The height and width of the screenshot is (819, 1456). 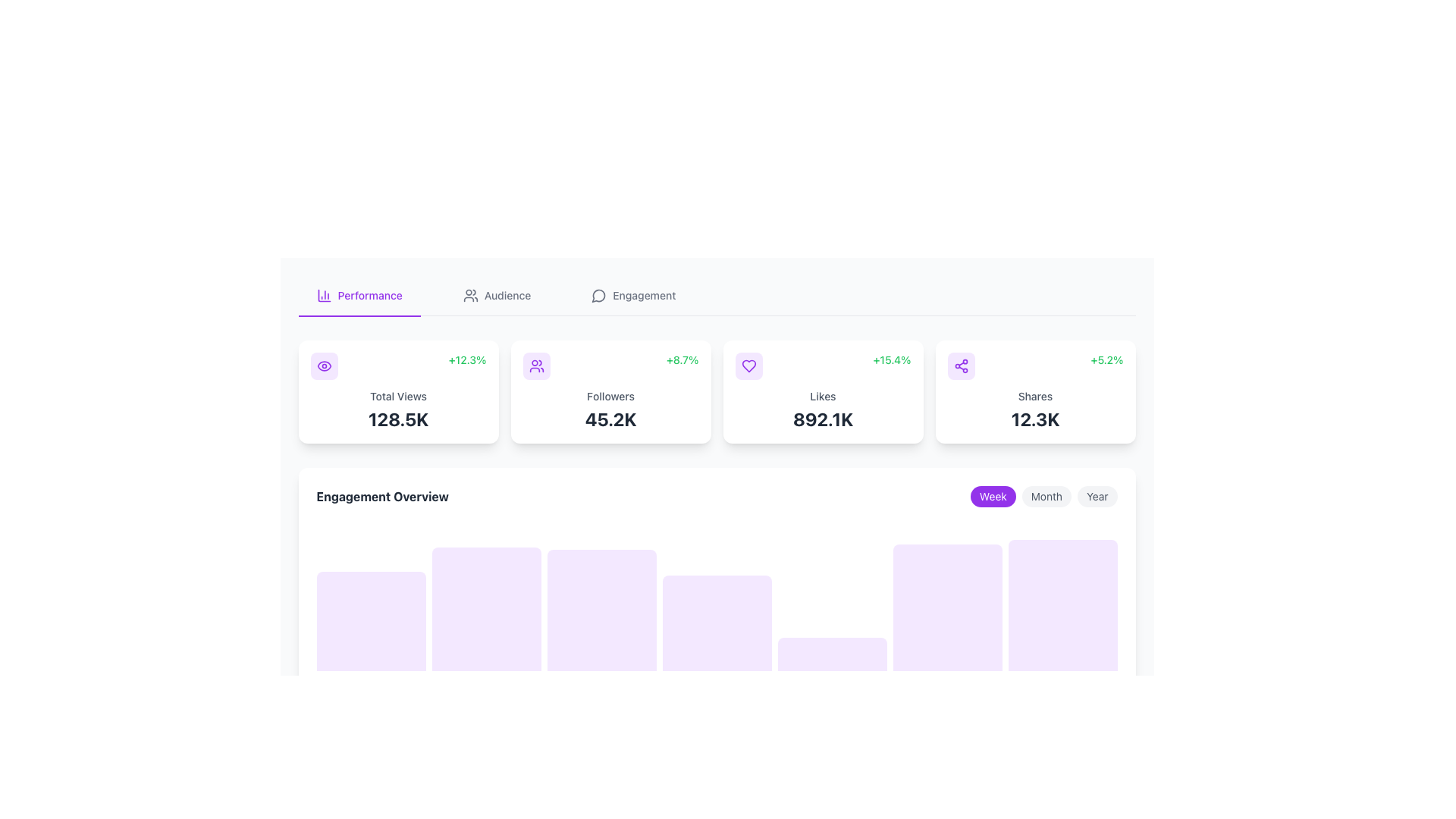 What do you see at coordinates (486, 608) in the screenshot?
I see `the second graphical bar in the Engagement Overview section of the bar chart` at bounding box center [486, 608].